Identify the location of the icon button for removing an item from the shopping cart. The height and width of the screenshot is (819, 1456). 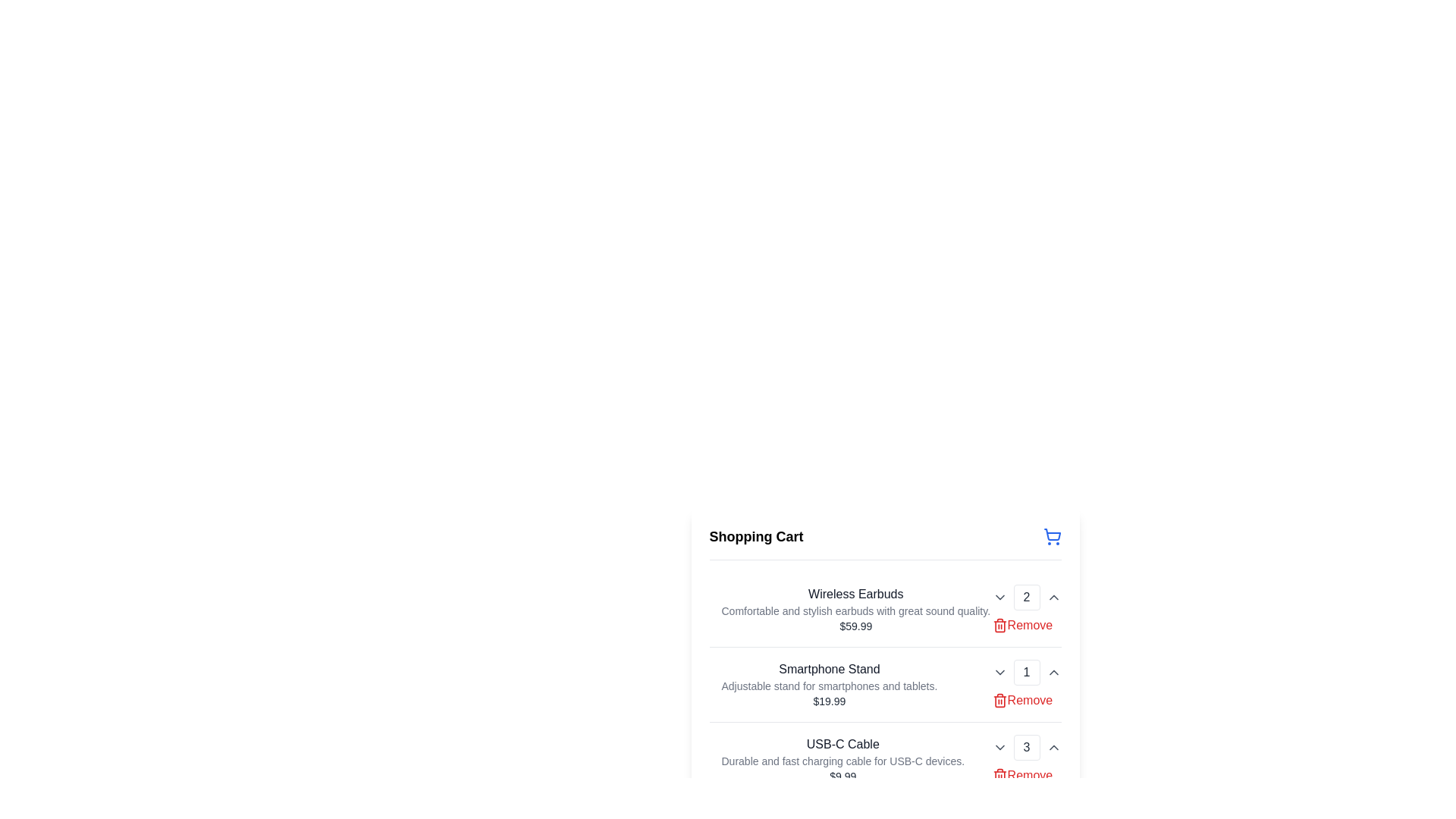
(999, 626).